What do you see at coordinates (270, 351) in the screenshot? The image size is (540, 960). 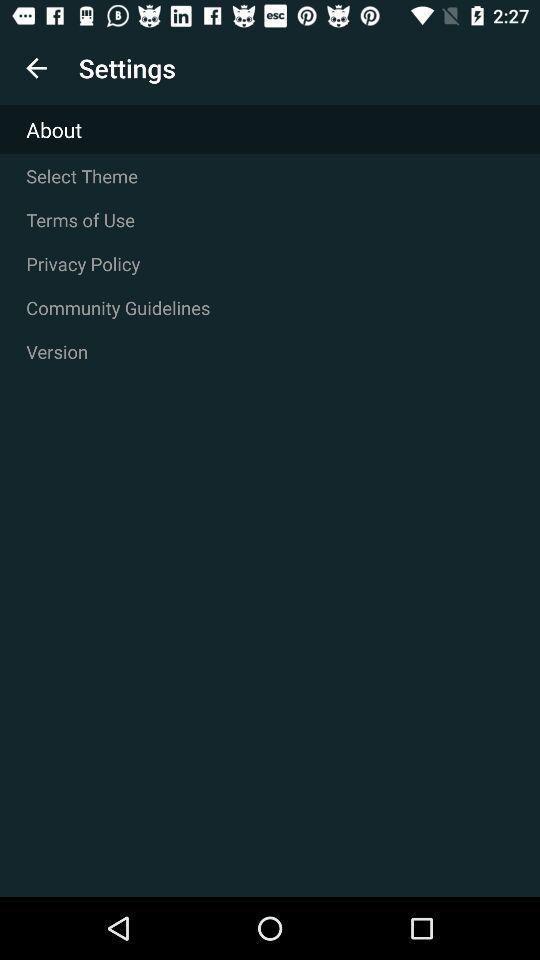 I see `the icon below community guidelines icon` at bounding box center [270, 351].